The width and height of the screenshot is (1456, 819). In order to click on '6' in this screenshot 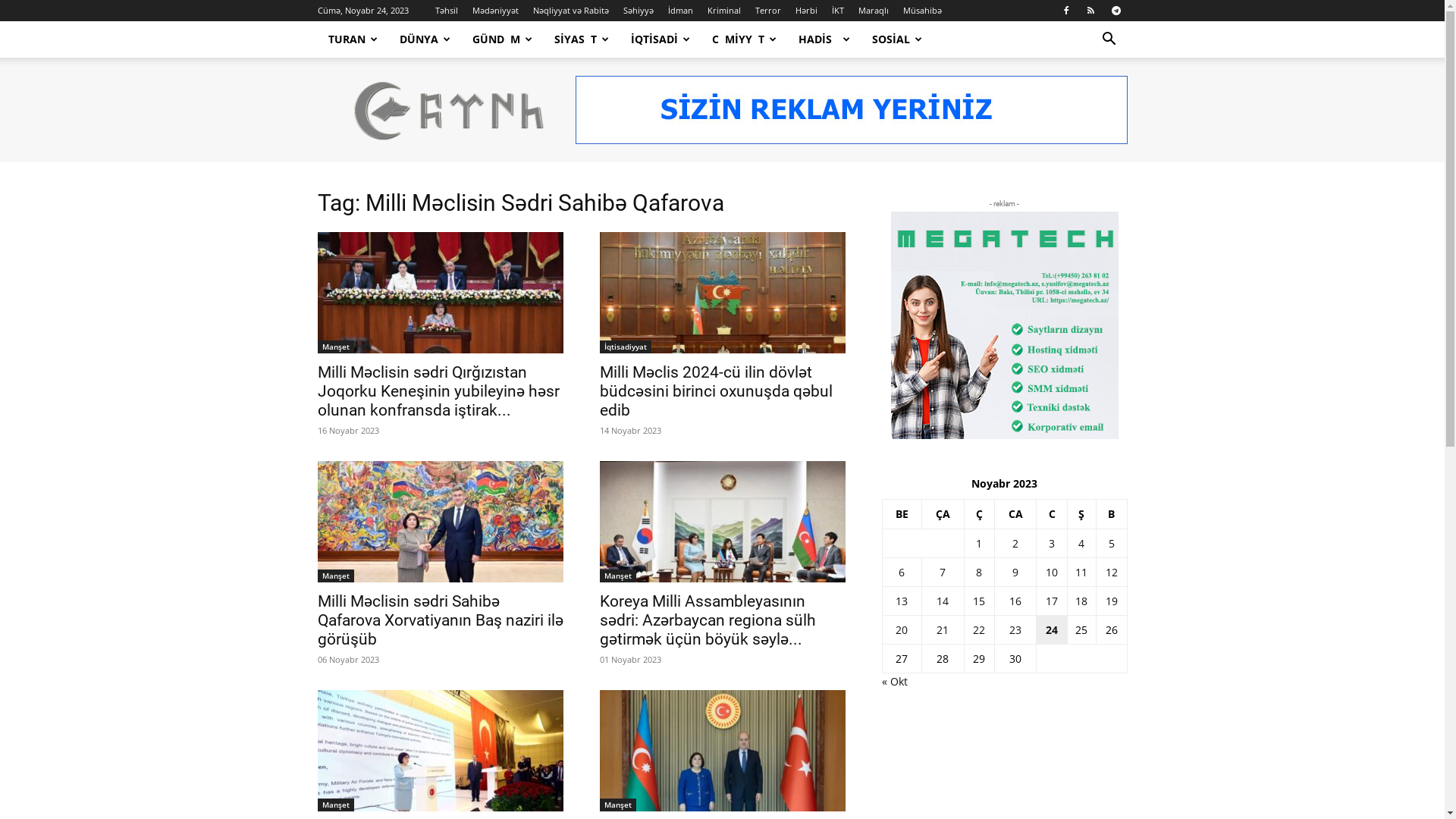, I will do `click(902, 572)`.